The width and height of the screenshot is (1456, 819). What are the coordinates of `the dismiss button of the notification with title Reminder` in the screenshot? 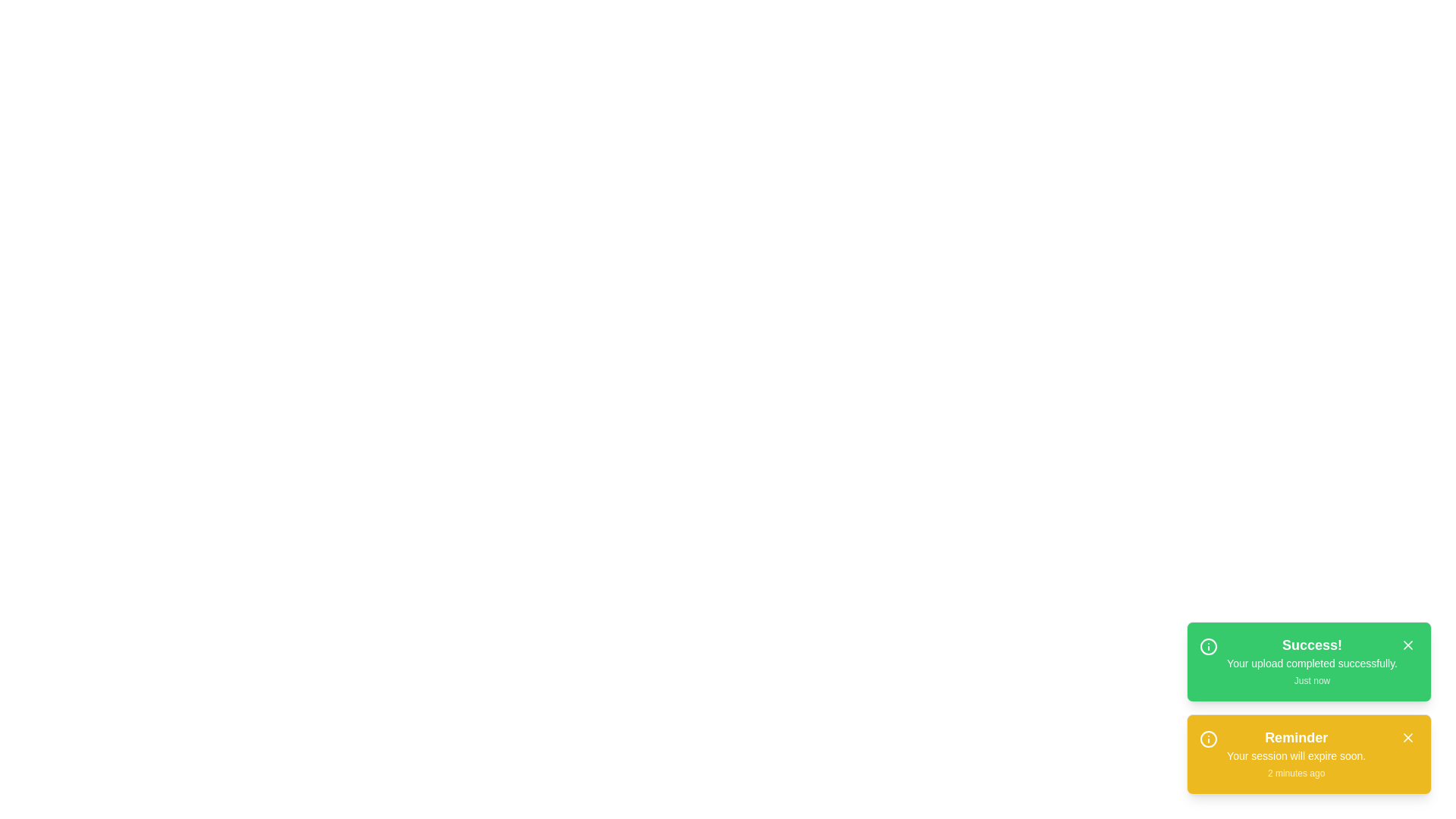 It's located at (1407, 736).